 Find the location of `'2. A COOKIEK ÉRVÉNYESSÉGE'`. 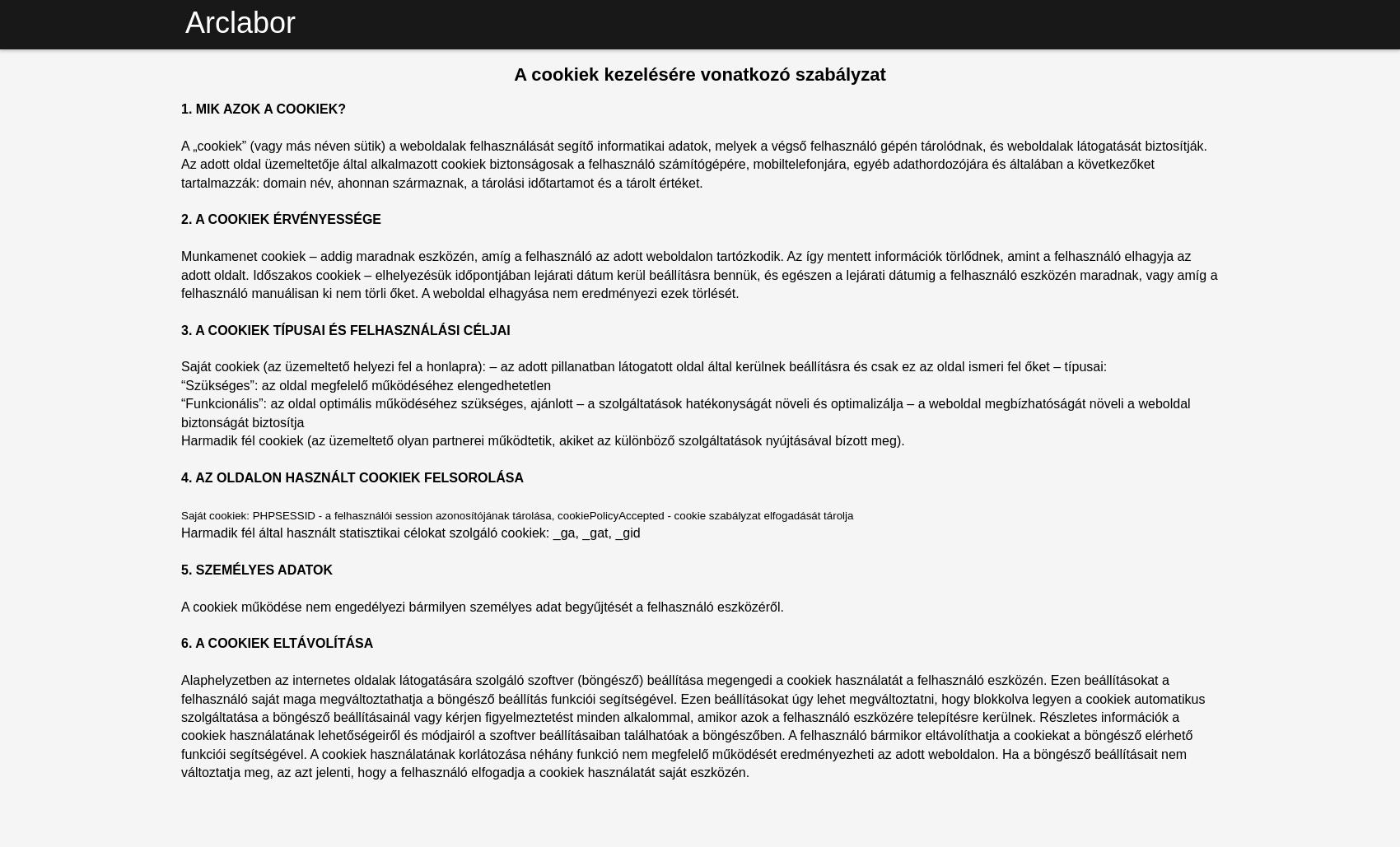

'2. A COOKIEK ÉRVÉNYESSÉGE' is located at coordinates (280, 218).